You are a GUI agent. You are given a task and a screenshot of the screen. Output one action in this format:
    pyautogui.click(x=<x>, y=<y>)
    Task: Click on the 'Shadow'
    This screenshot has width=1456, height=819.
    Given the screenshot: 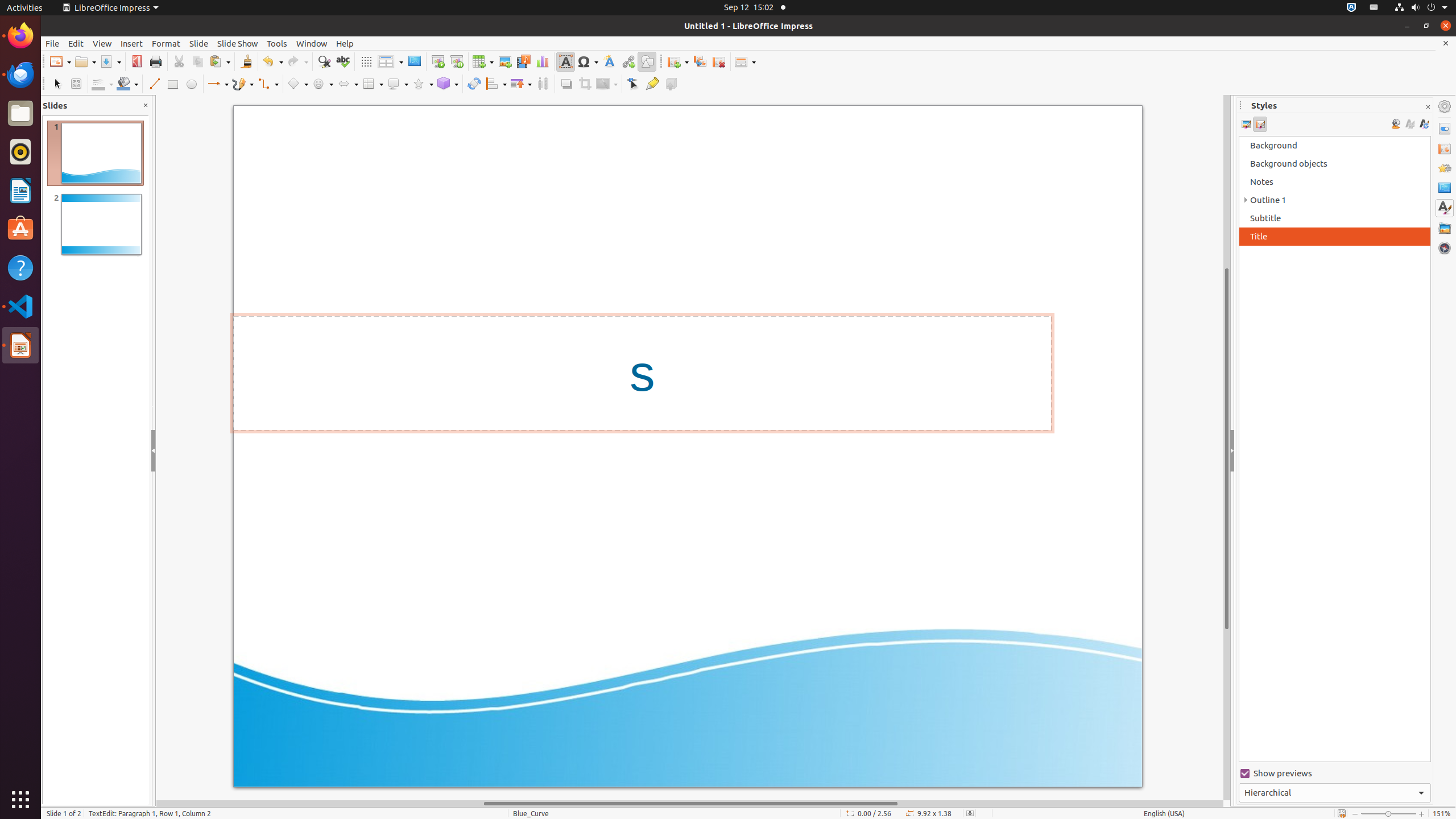 What is the action you would take?
    pyautogui.click(x=565, y=83)
    